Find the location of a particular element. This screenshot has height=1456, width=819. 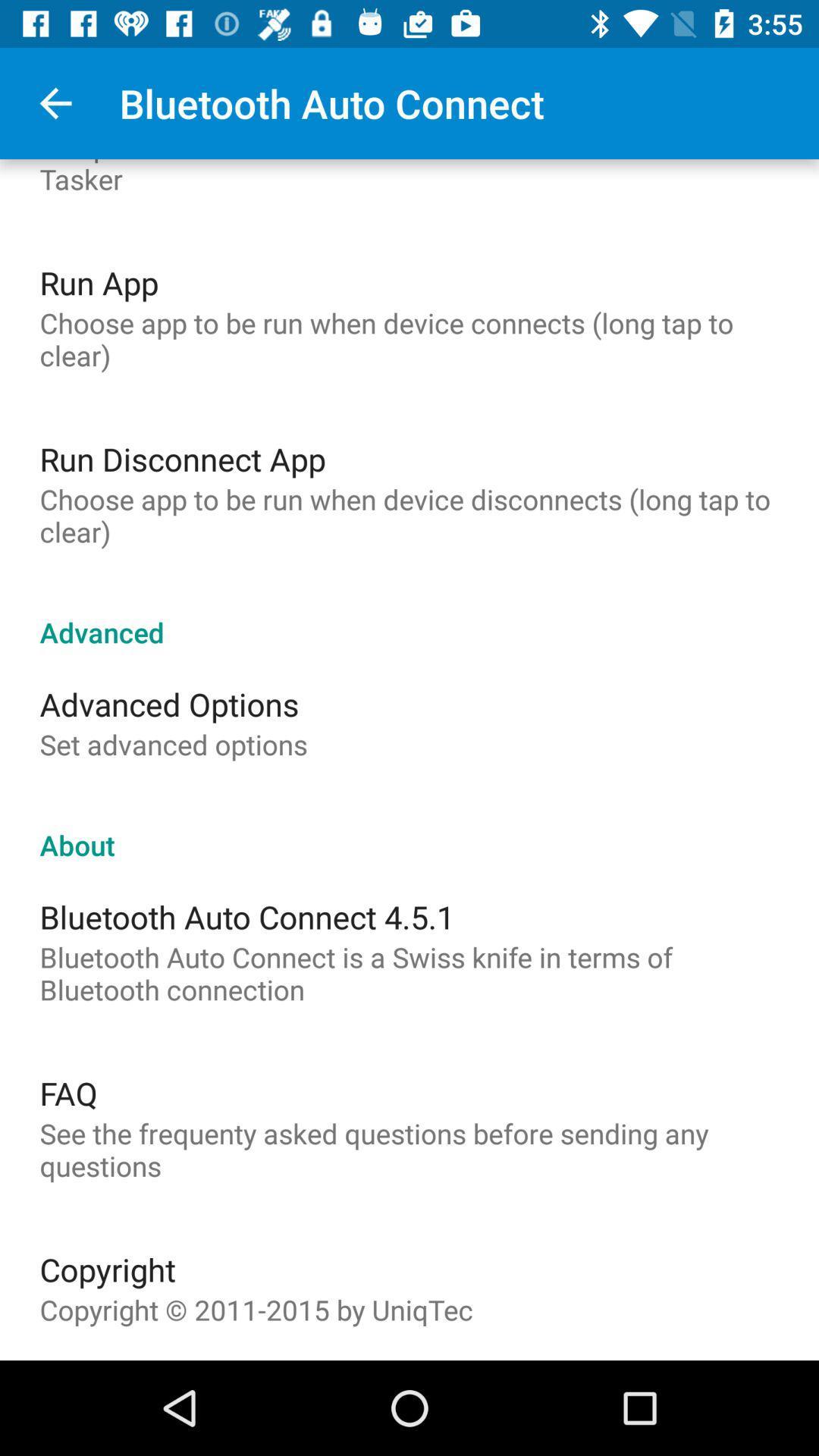

the item above the the preference misc icon is located at coordinates (55, 102).